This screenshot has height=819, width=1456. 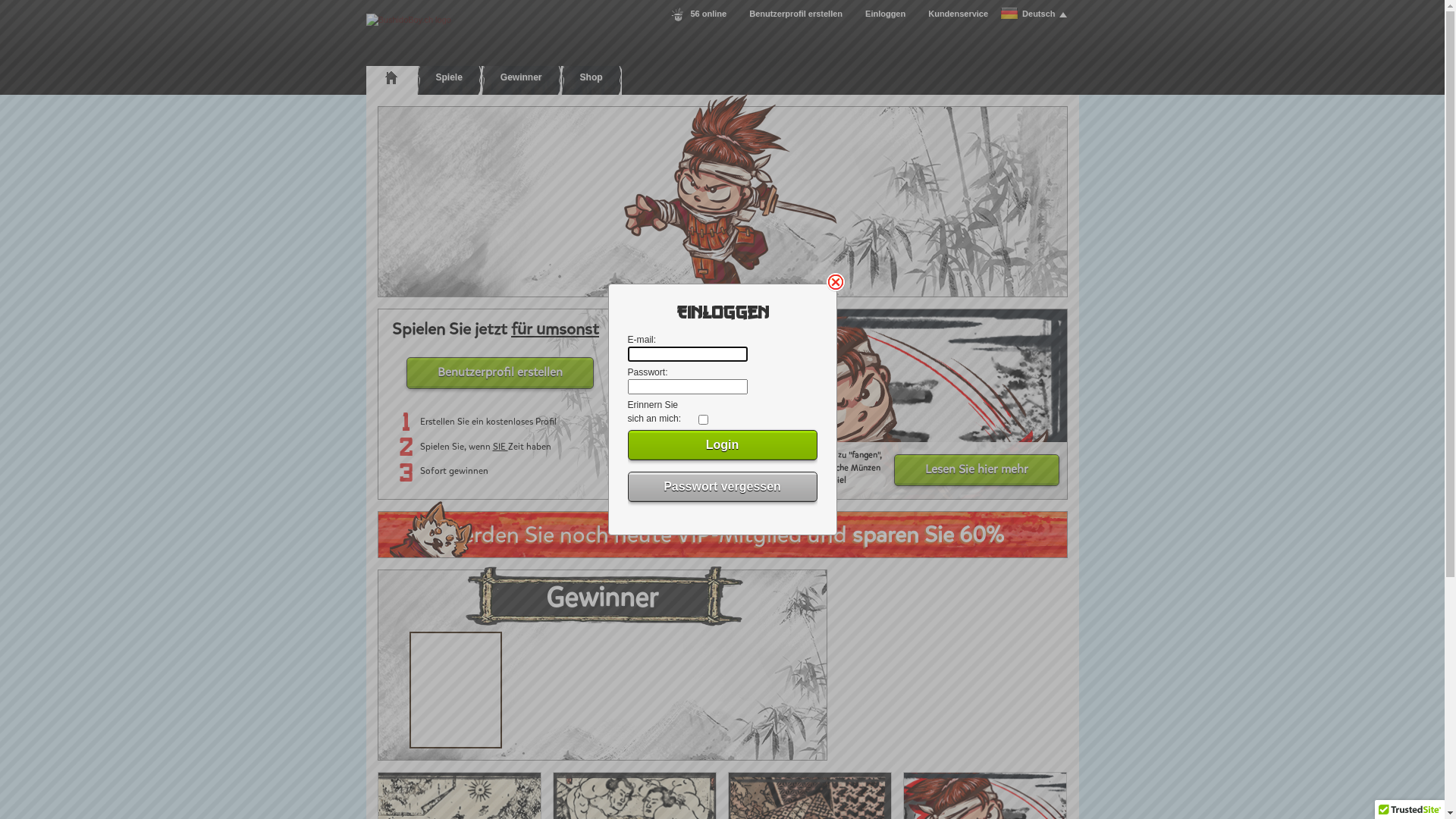 What do you see at coordinates (957, 14) in the screenshot?
I see `'Kundenservice'` at bounding box center [957, 14].